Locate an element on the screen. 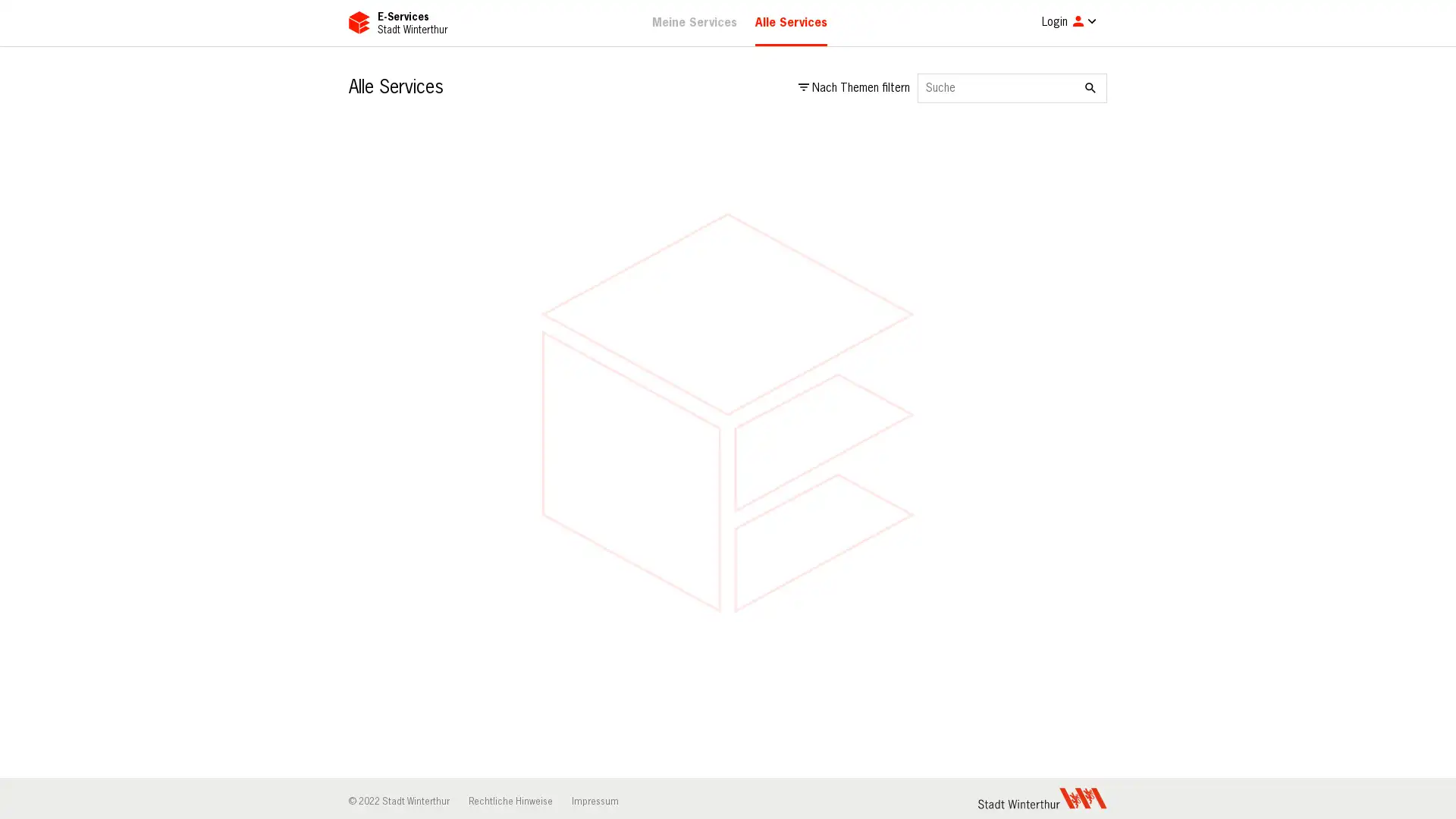 The height and width of the screenshot is (819, 1456). Service Baugesuch fur Kleinbauvorhaben zu Meine Services hinzufugen is located at coordinates (826, 636).